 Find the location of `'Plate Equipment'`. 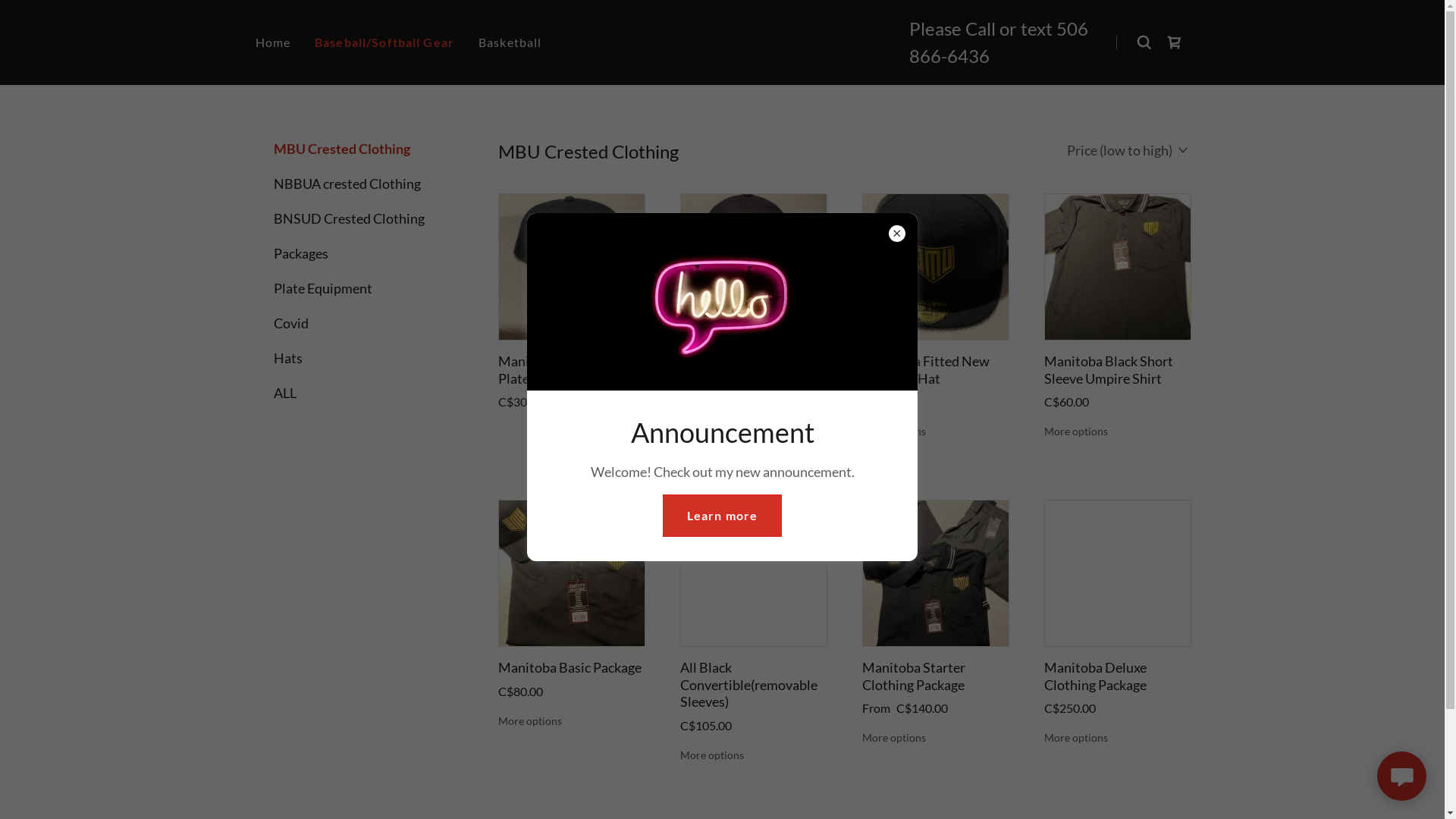

'Plate Equipment' is located at coordinates (273, 288).